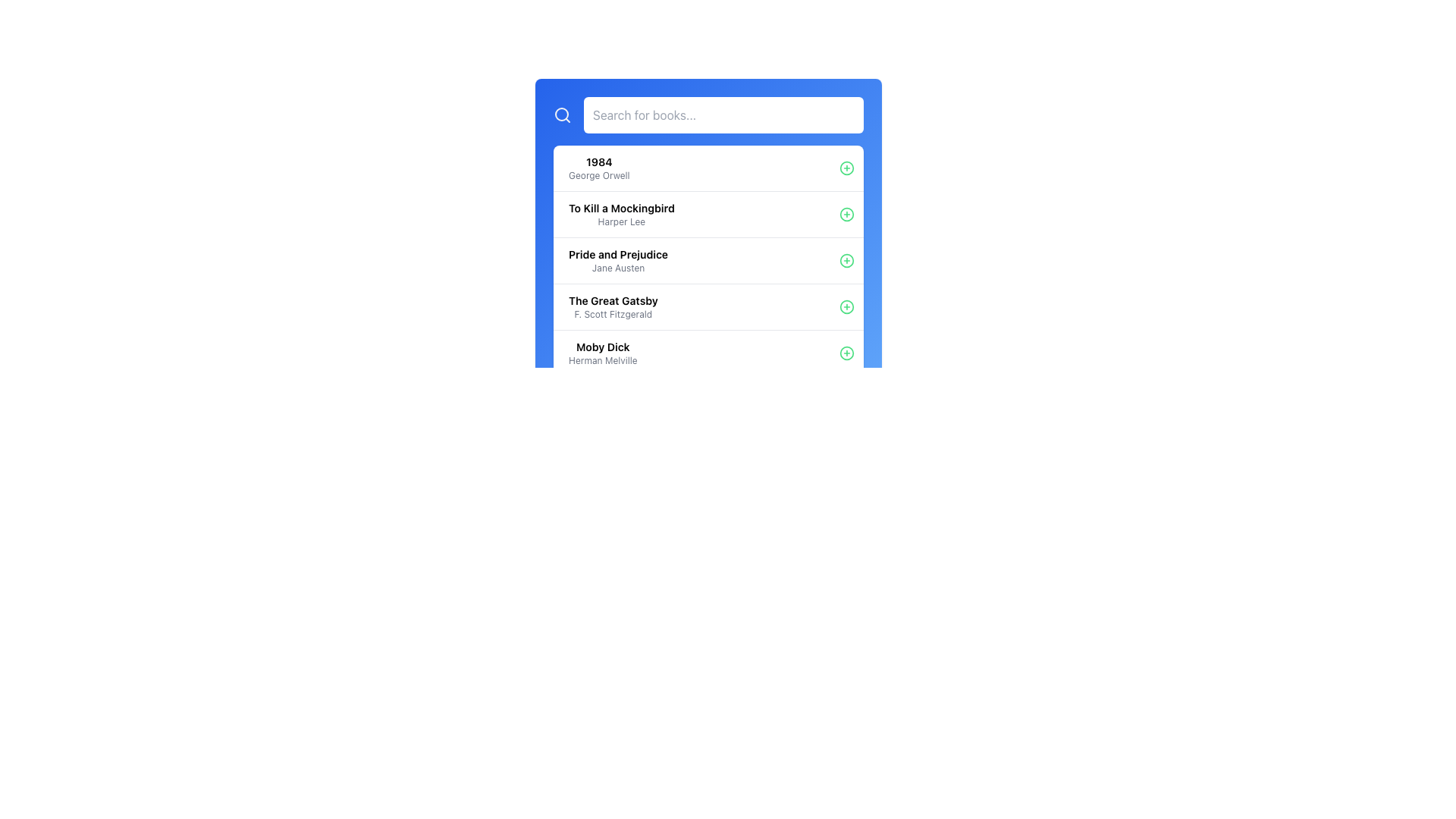 The height and width of the screenshot is (819, 1456). I want to click on the text label indicating the title of the fourth book in the list, which provides important context for users browsing the book list, so click(613, 301).